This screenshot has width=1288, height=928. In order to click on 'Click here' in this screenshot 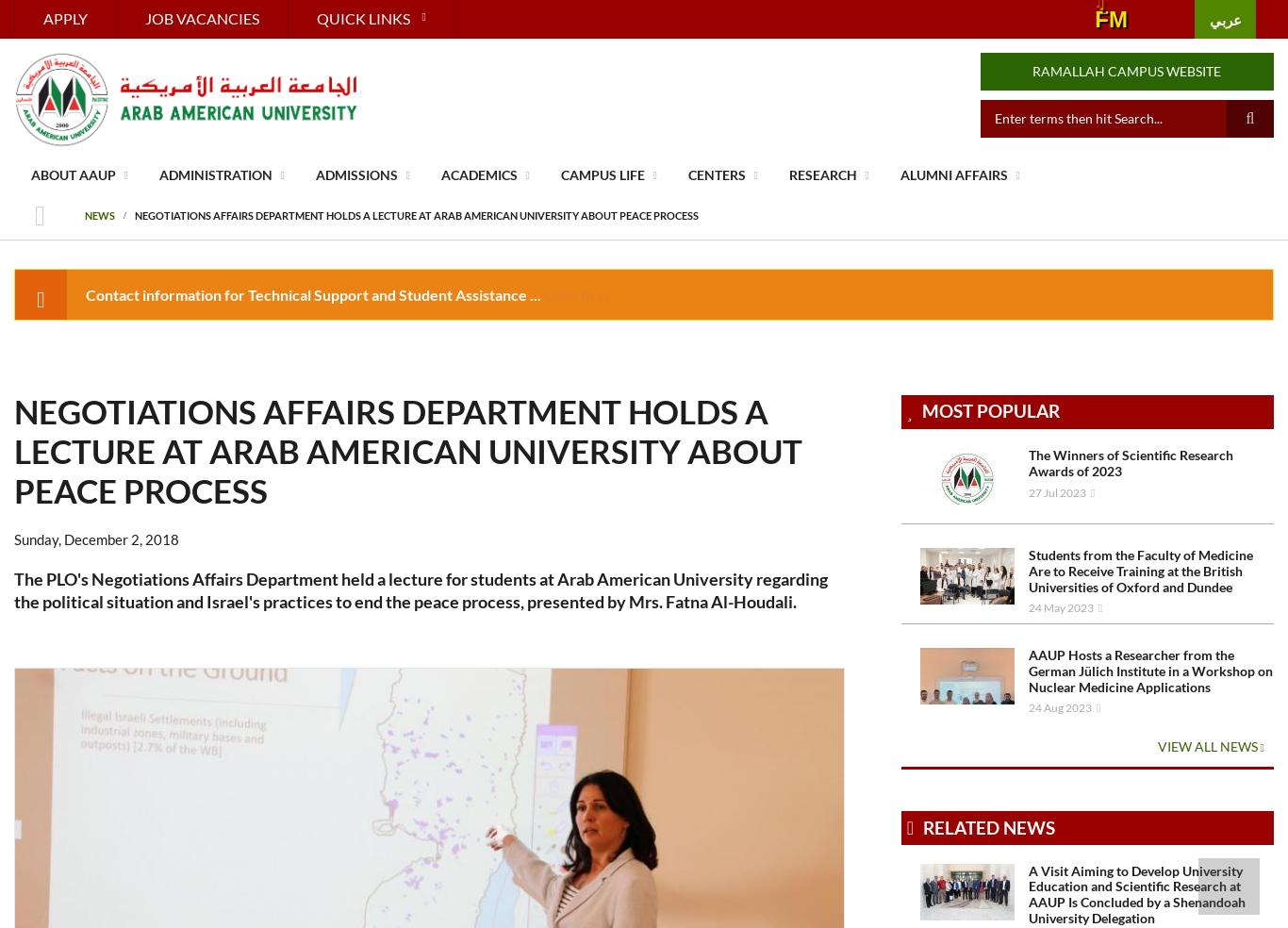, I will do `click(577, 292)`.